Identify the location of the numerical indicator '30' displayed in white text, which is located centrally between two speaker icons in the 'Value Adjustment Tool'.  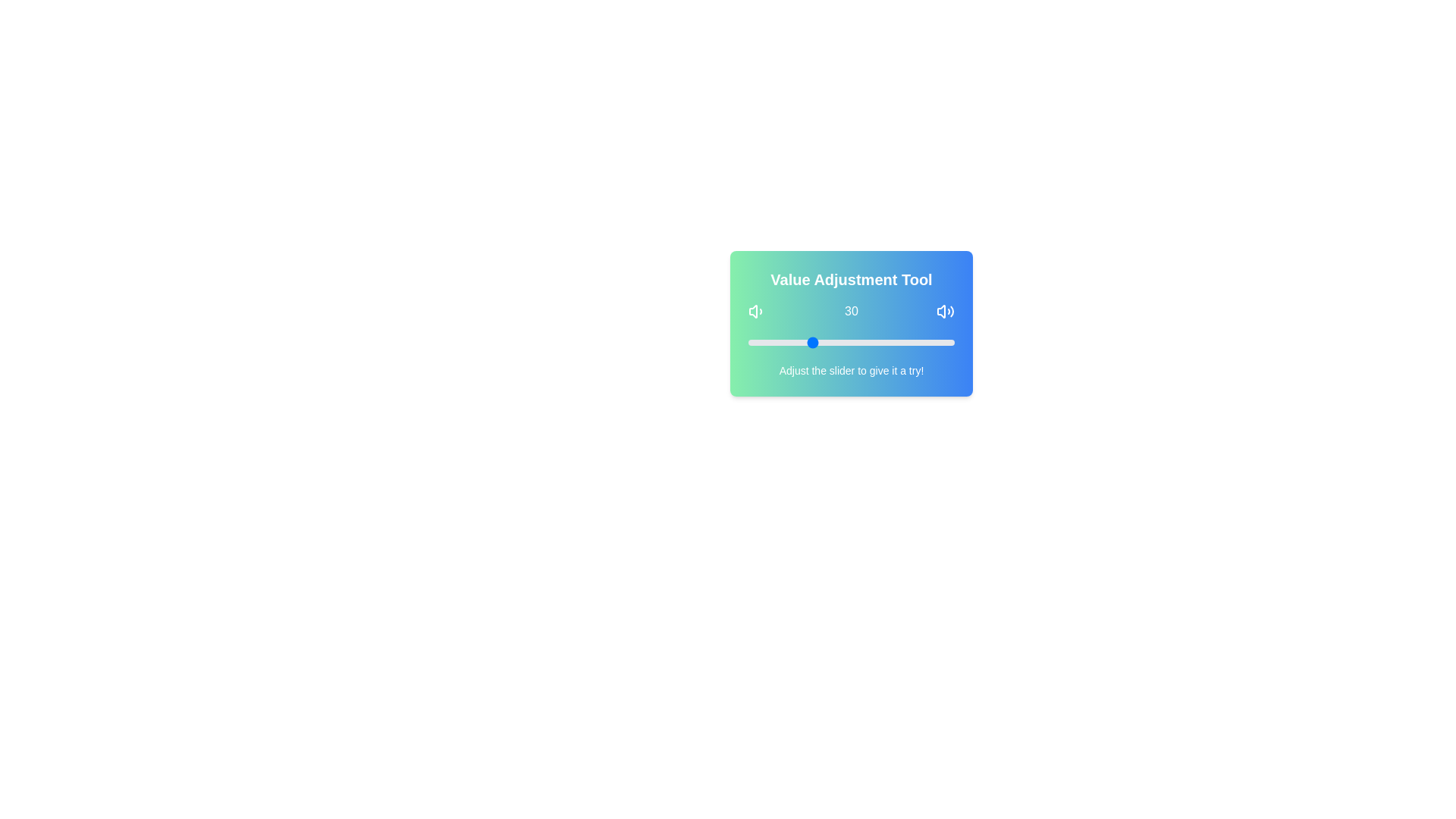
(852, 311).